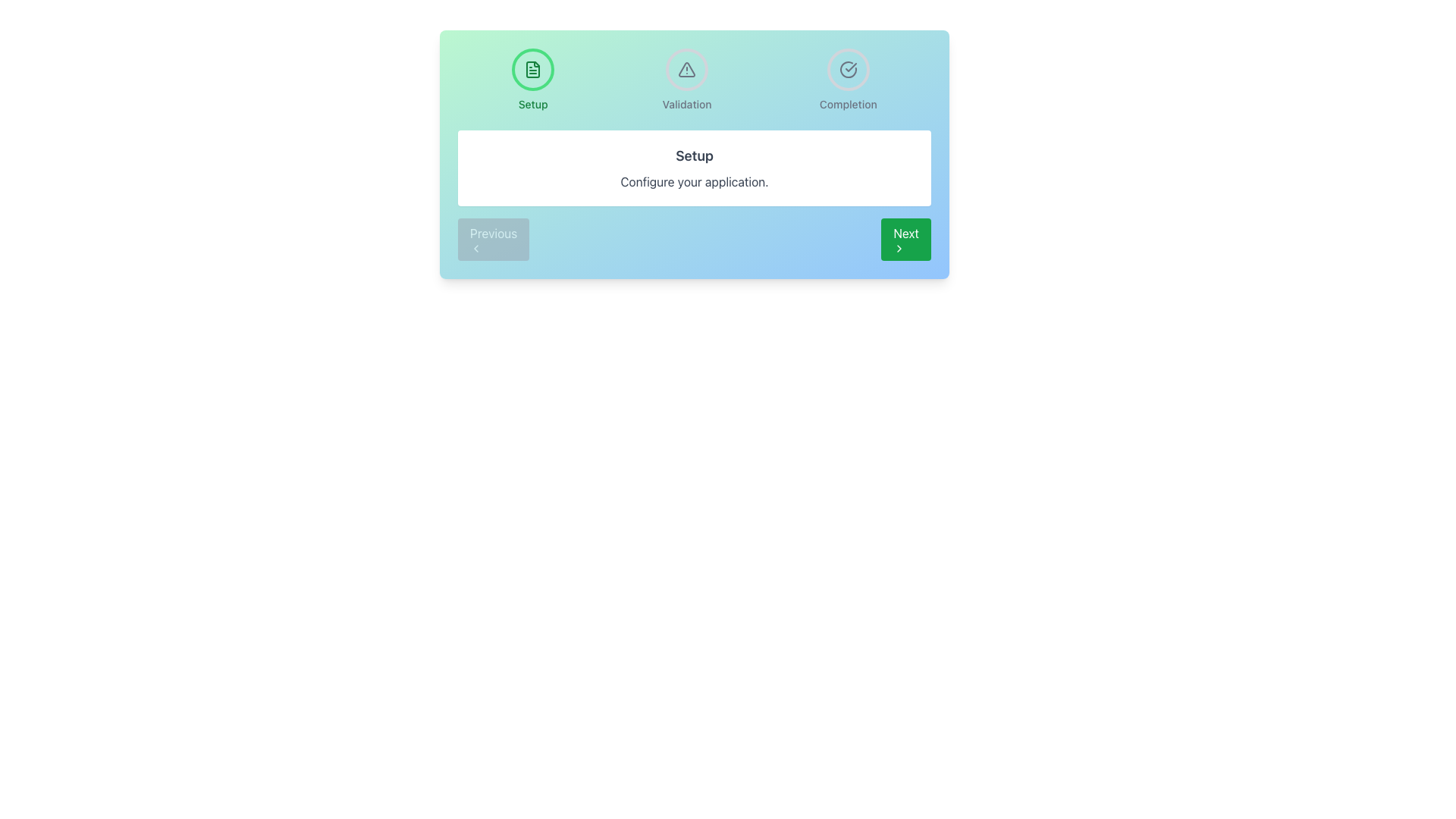 Image resolution: width=1456 pixels, height=819 pixels. I want to click on 'Completion' graphical component within the circular icon that indicates the final step in the process sequence, so click(847, 70).